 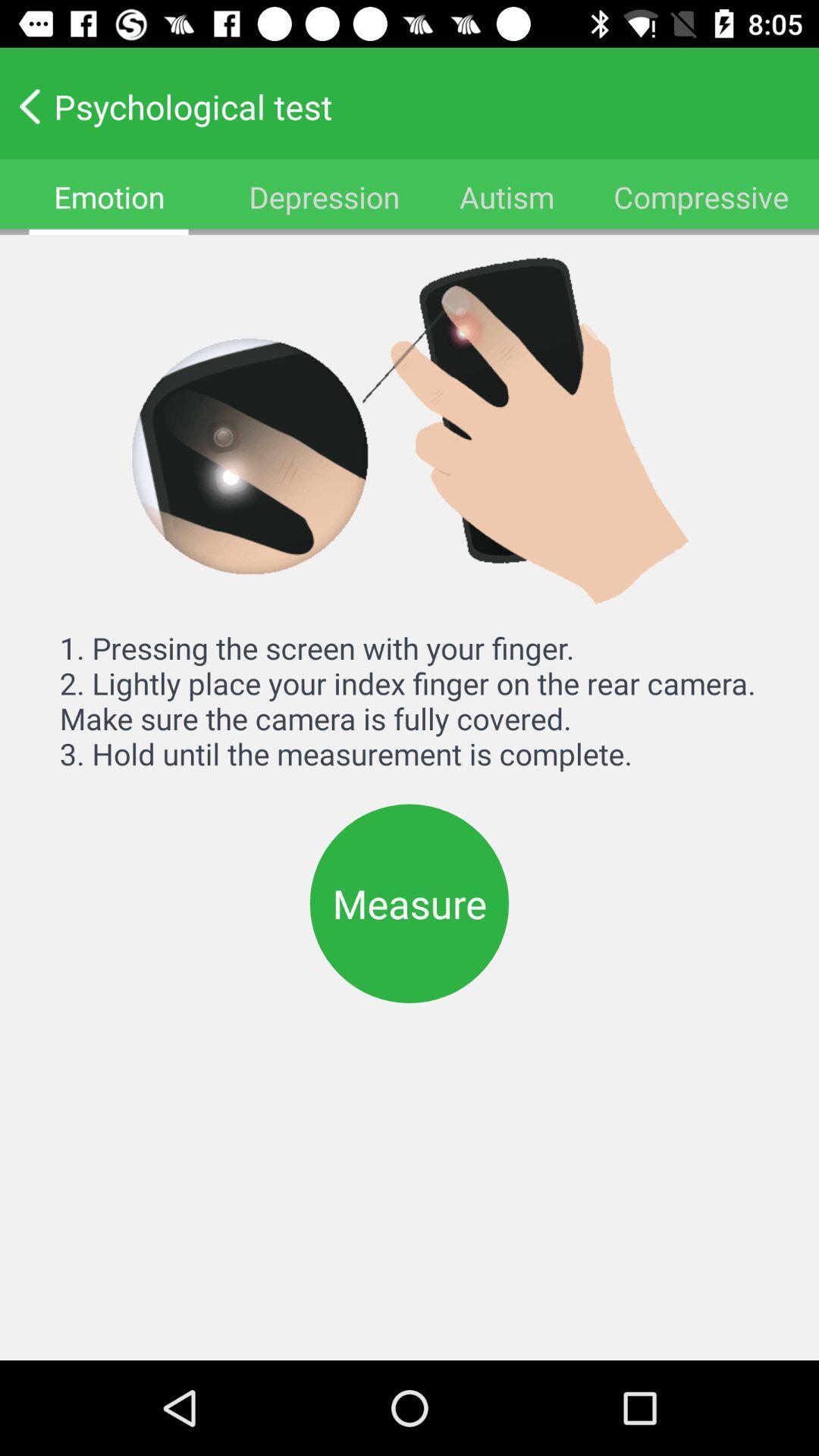 What do you see at coordinates (507, 196) in the screenshot?
I see `item to the left of the compressive` at bounding box center [507, 196].